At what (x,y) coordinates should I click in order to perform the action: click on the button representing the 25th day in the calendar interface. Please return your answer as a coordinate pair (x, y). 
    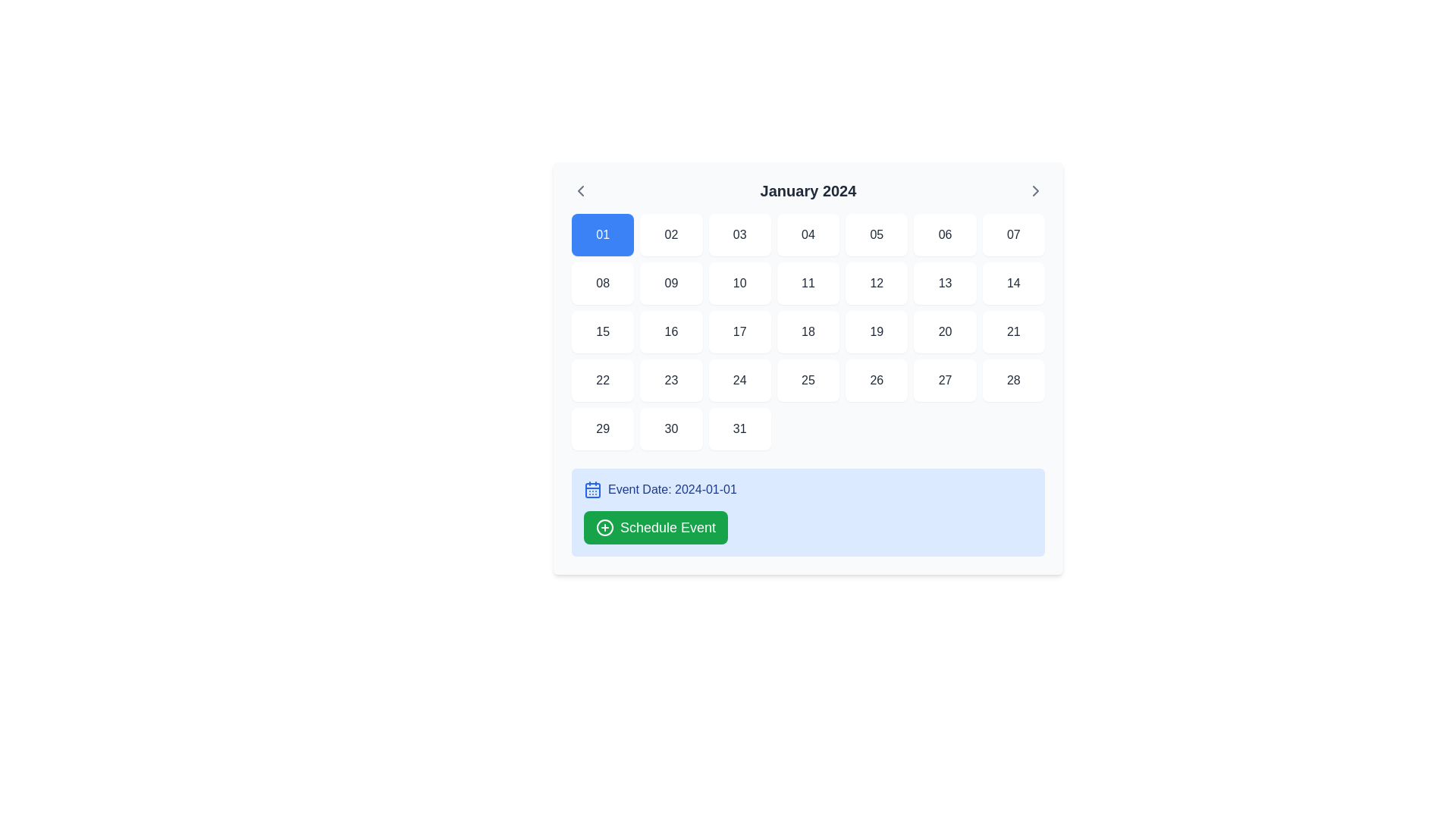
    Looking at the image, I should click on (807, 379).